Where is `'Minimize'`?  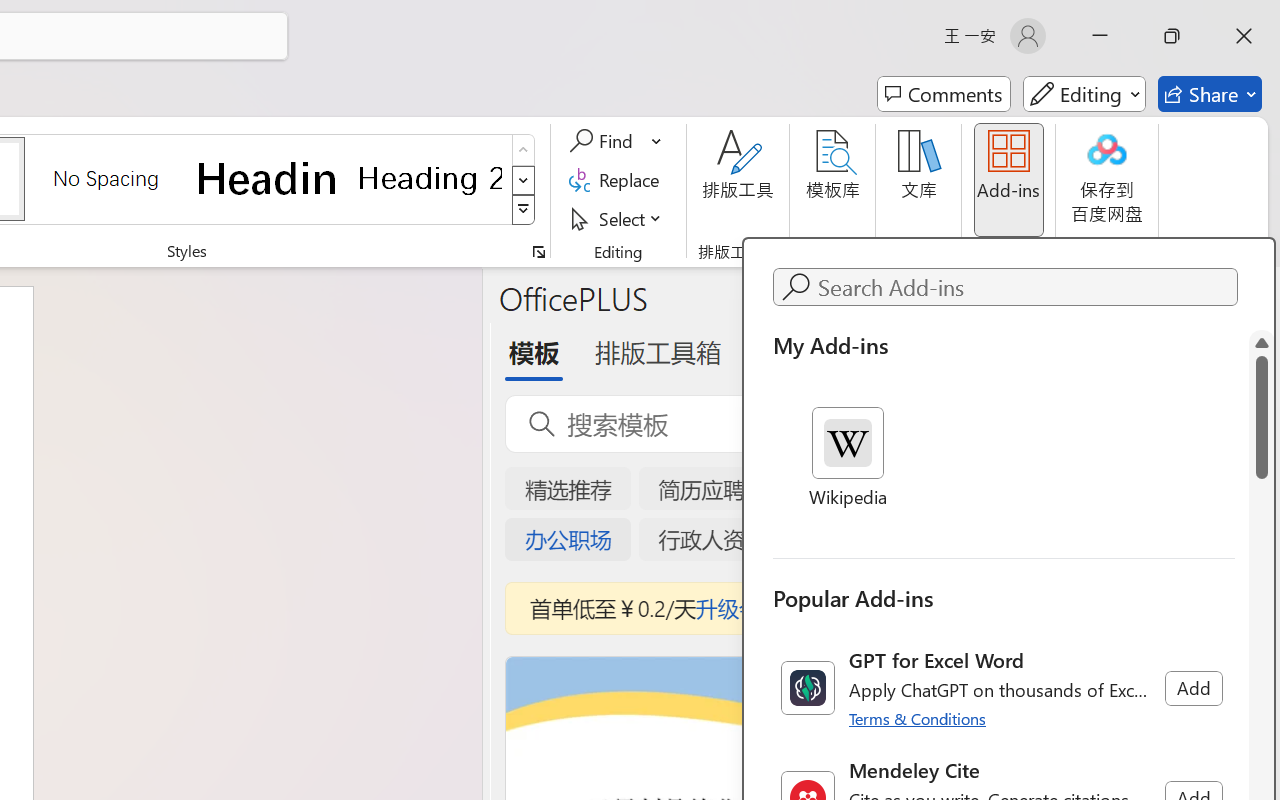 'Minimize' is located at coordinates (1099, 35).